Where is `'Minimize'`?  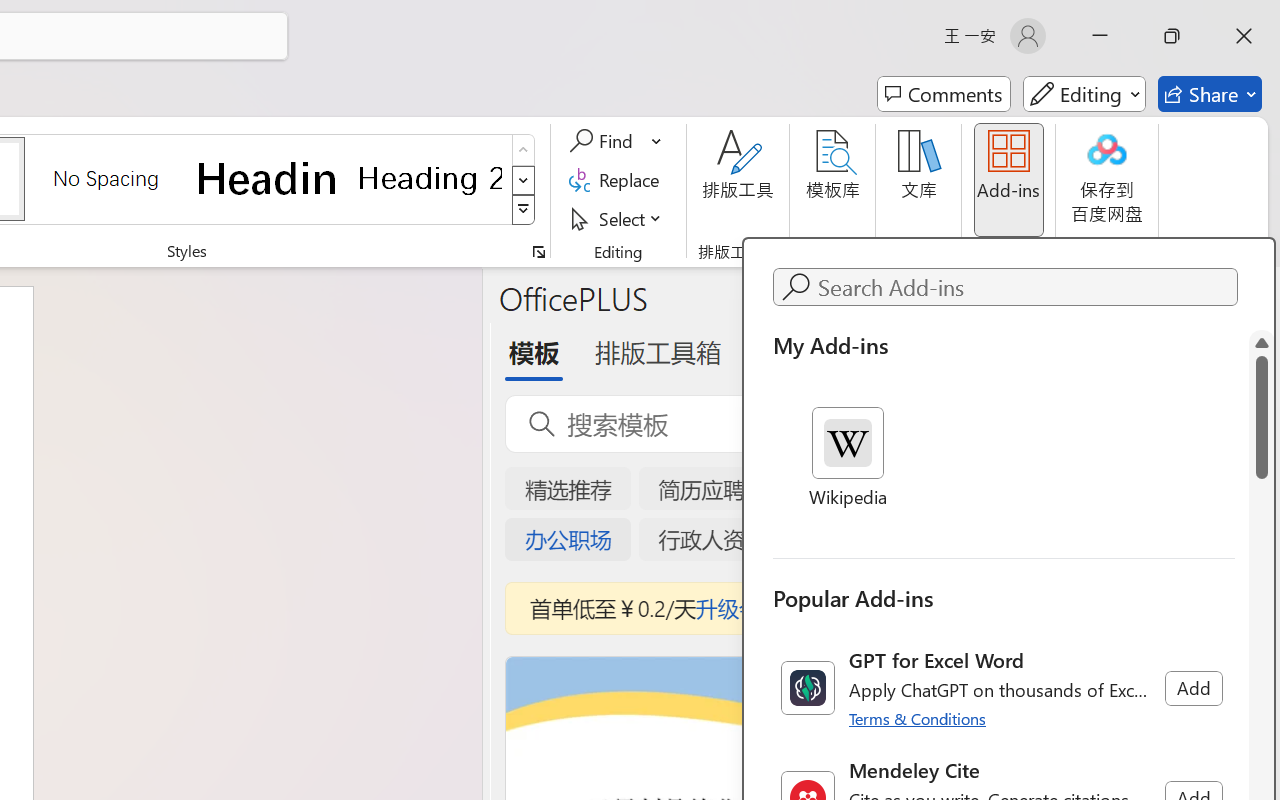 'Minimize' is located at coordinates (1099, 35).